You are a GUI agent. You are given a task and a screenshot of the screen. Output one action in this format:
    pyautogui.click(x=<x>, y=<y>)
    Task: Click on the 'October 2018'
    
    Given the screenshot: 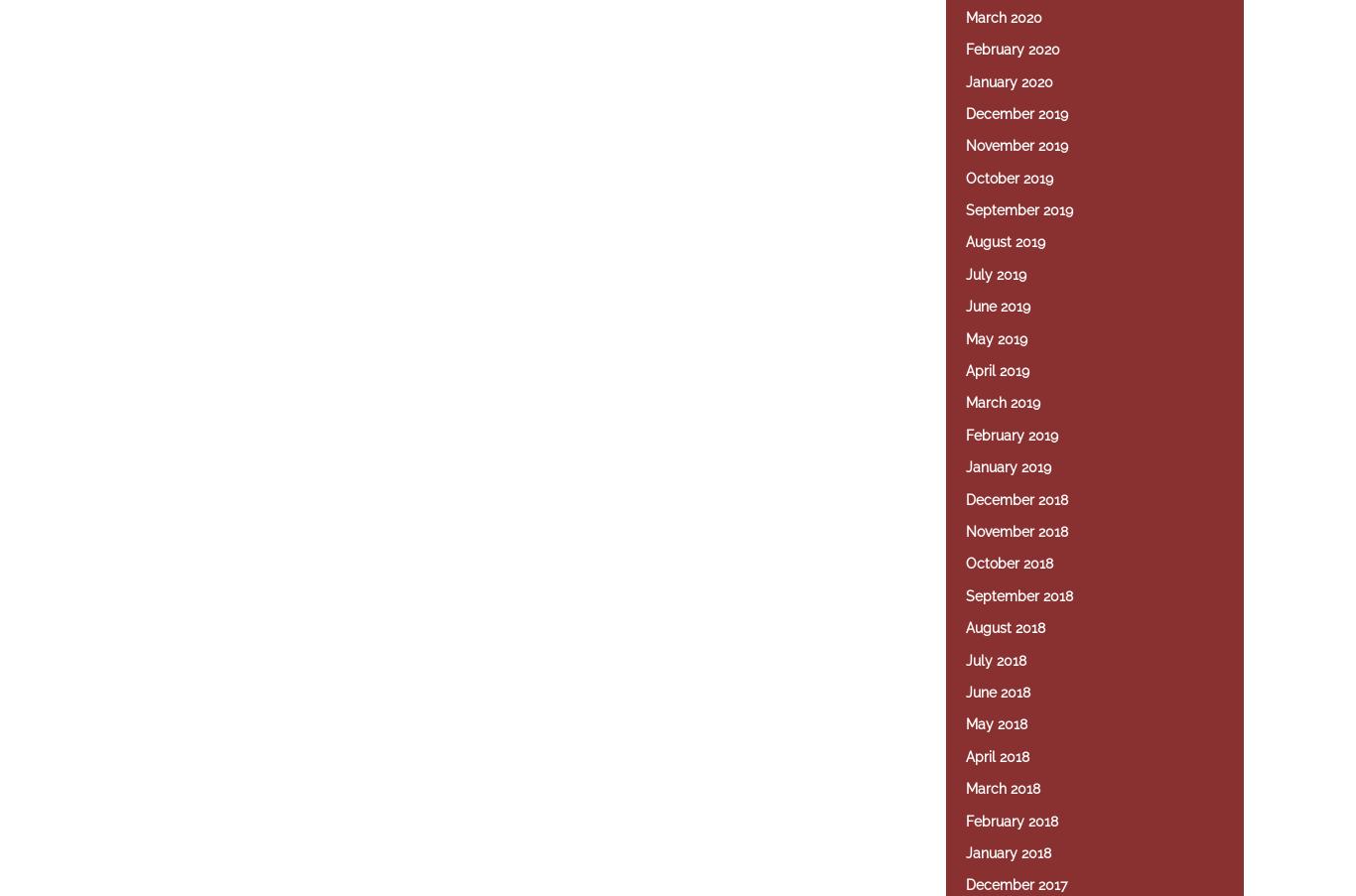 What is the action you would take?
    pyautogui.click(x=1009, y=562)
    